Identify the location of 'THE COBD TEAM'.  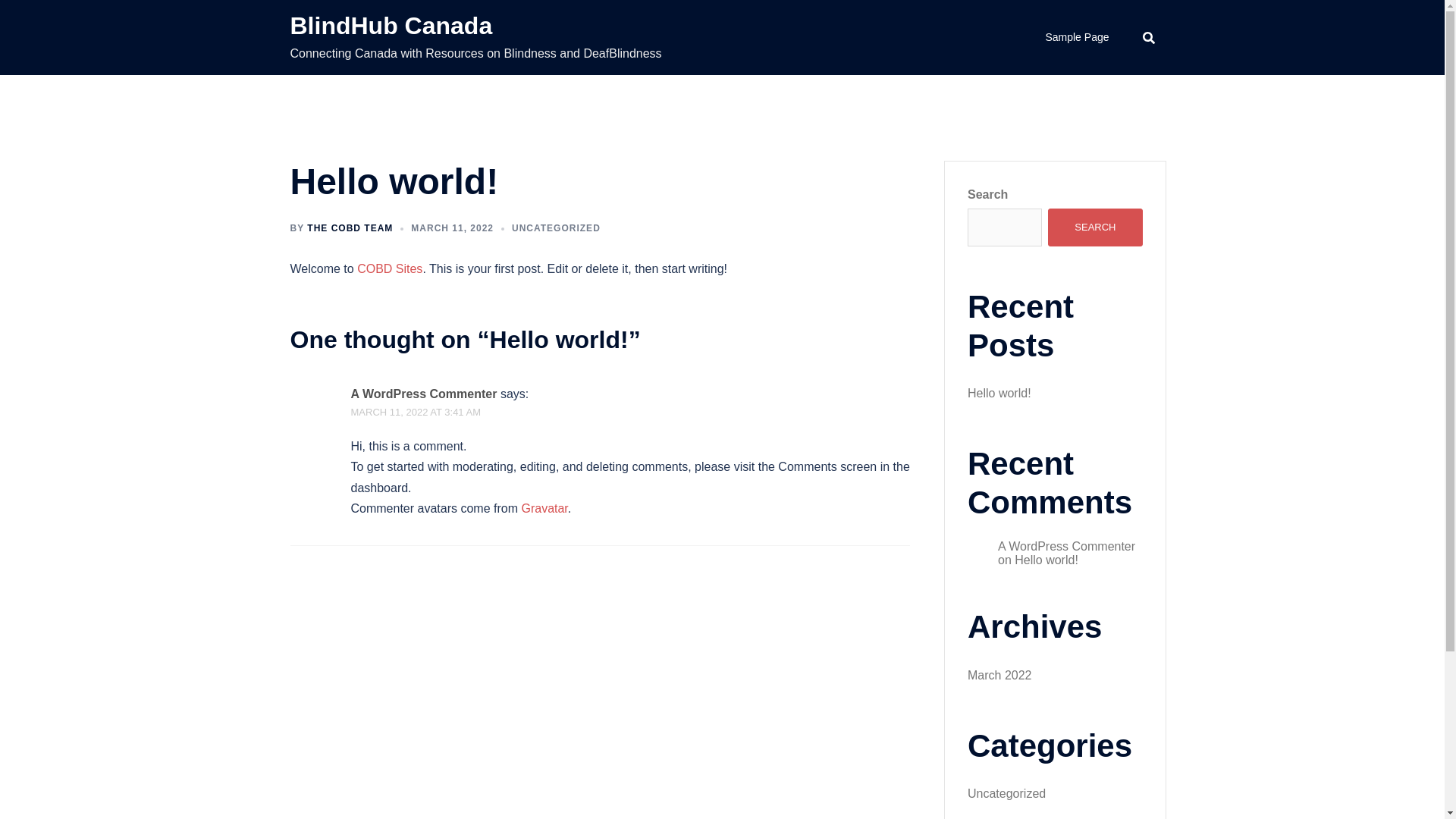
(349, 227).